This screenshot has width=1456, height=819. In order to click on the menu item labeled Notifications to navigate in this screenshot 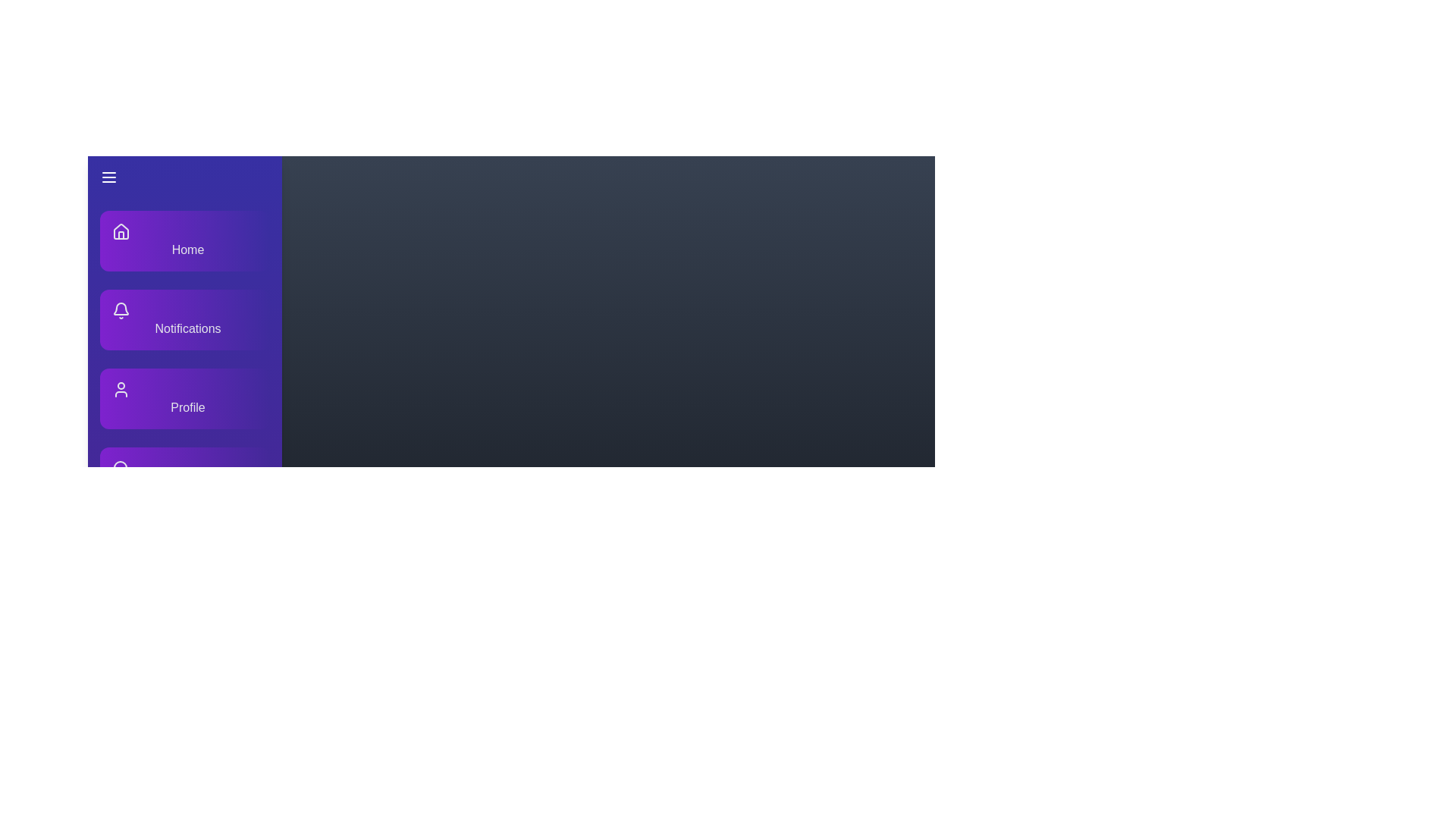, I will do `click(184, 318)`.